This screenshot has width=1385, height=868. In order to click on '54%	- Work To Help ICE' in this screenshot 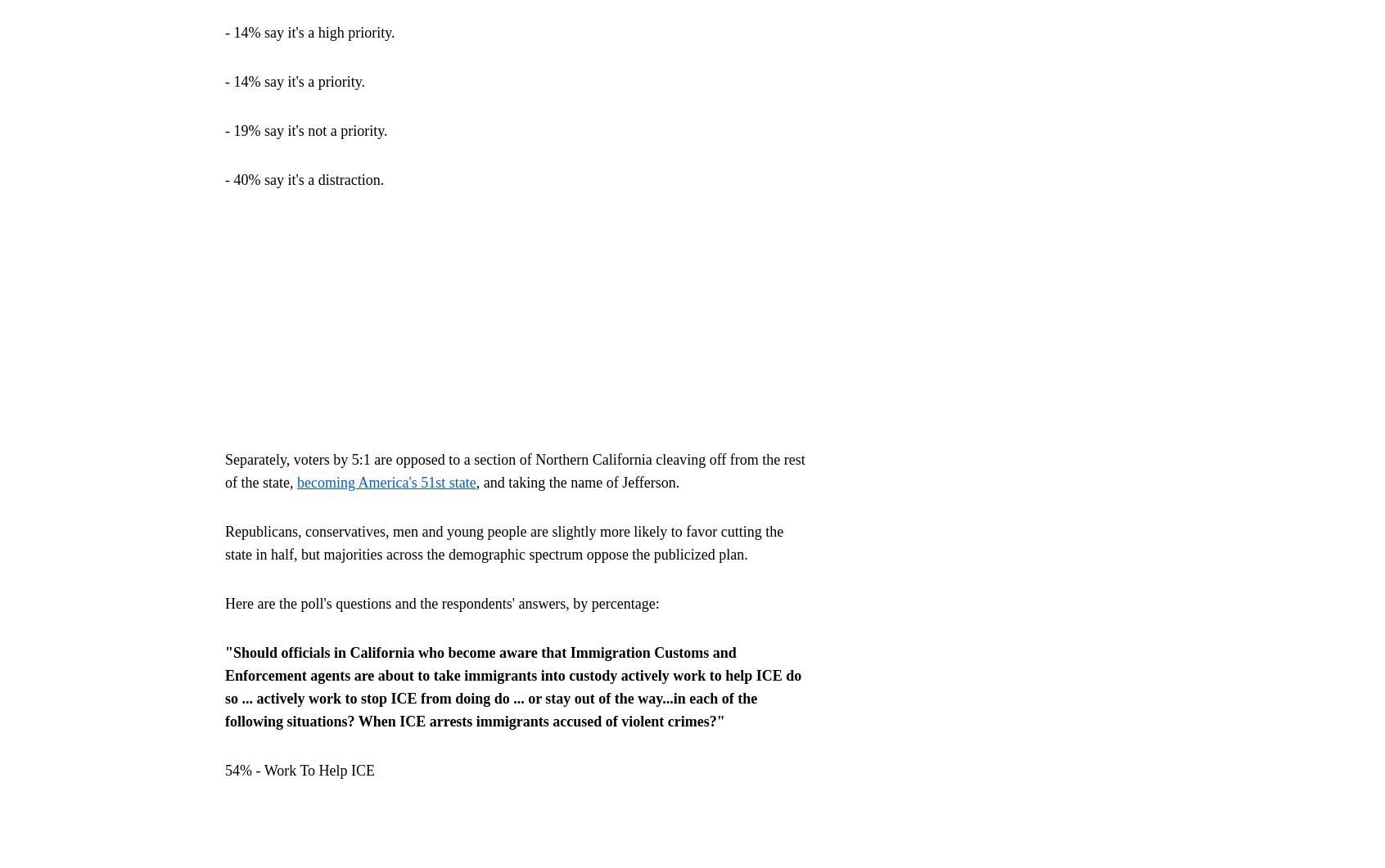, I will do `click(300, 769)`.